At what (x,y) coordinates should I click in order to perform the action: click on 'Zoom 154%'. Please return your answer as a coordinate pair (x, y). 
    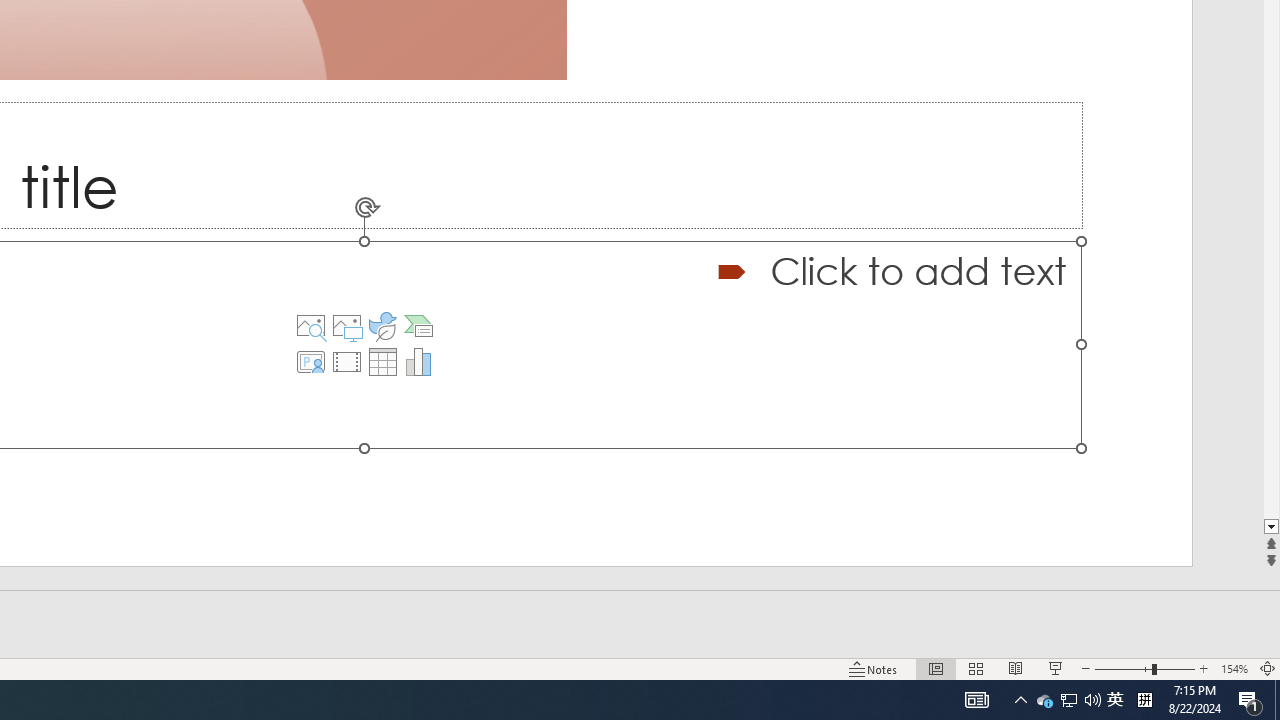
    Looking at the image, I should click on (1233, 669).